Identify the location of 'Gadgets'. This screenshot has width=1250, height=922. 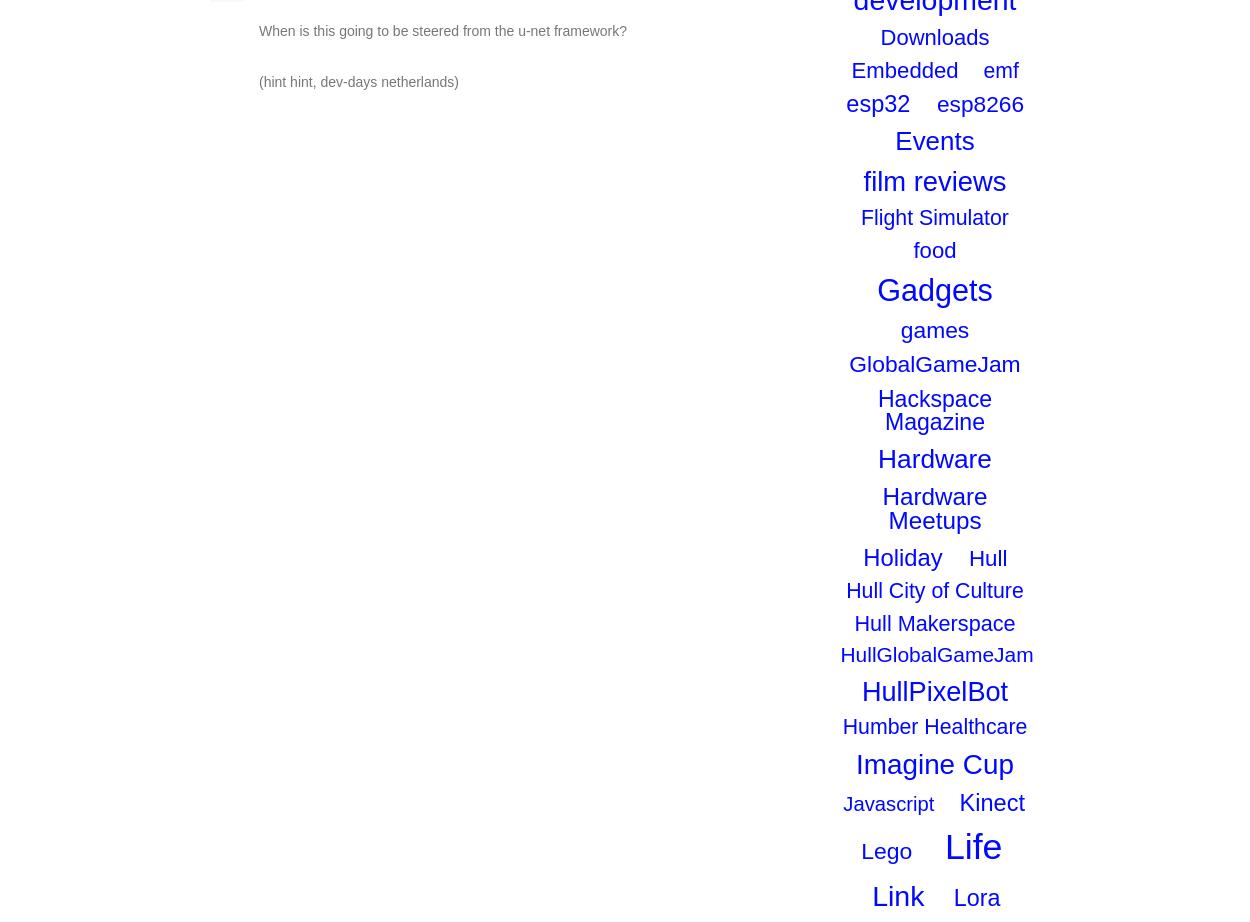
(877, 288).